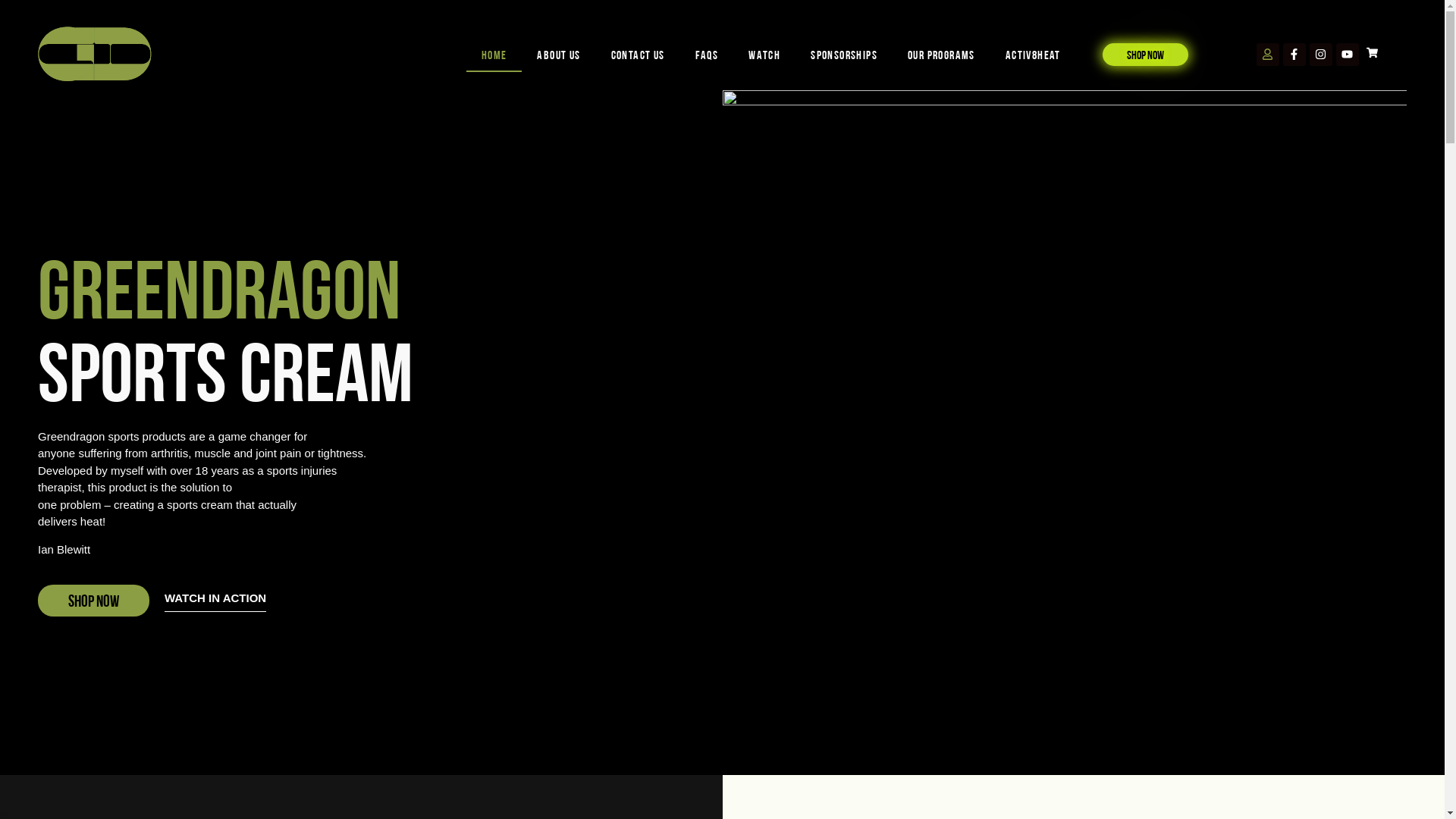 The height and width of the screenshot is (819, 1456). Describe the element at coordinates (843, 52) in the screenshot. I see `'SPONSORSHIPS'` at that location.